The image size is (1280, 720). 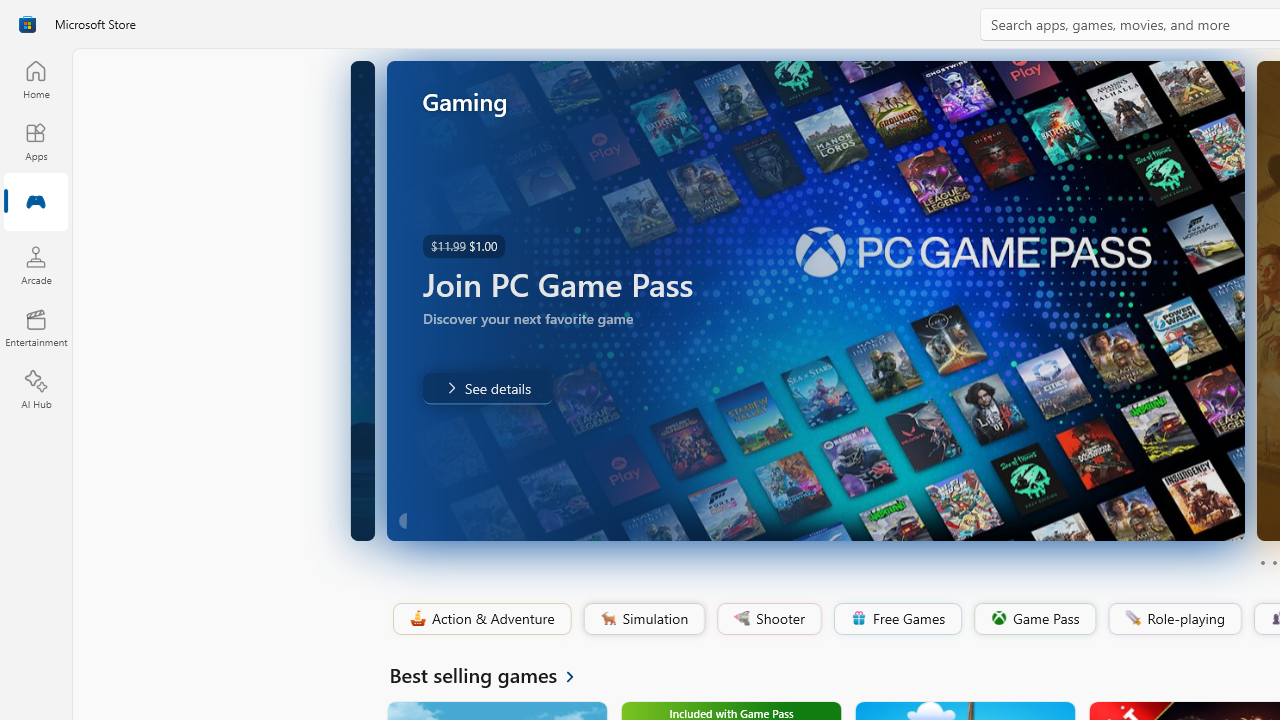 I want to click on 'AutomationID: Image', so click(x=815, y=300).